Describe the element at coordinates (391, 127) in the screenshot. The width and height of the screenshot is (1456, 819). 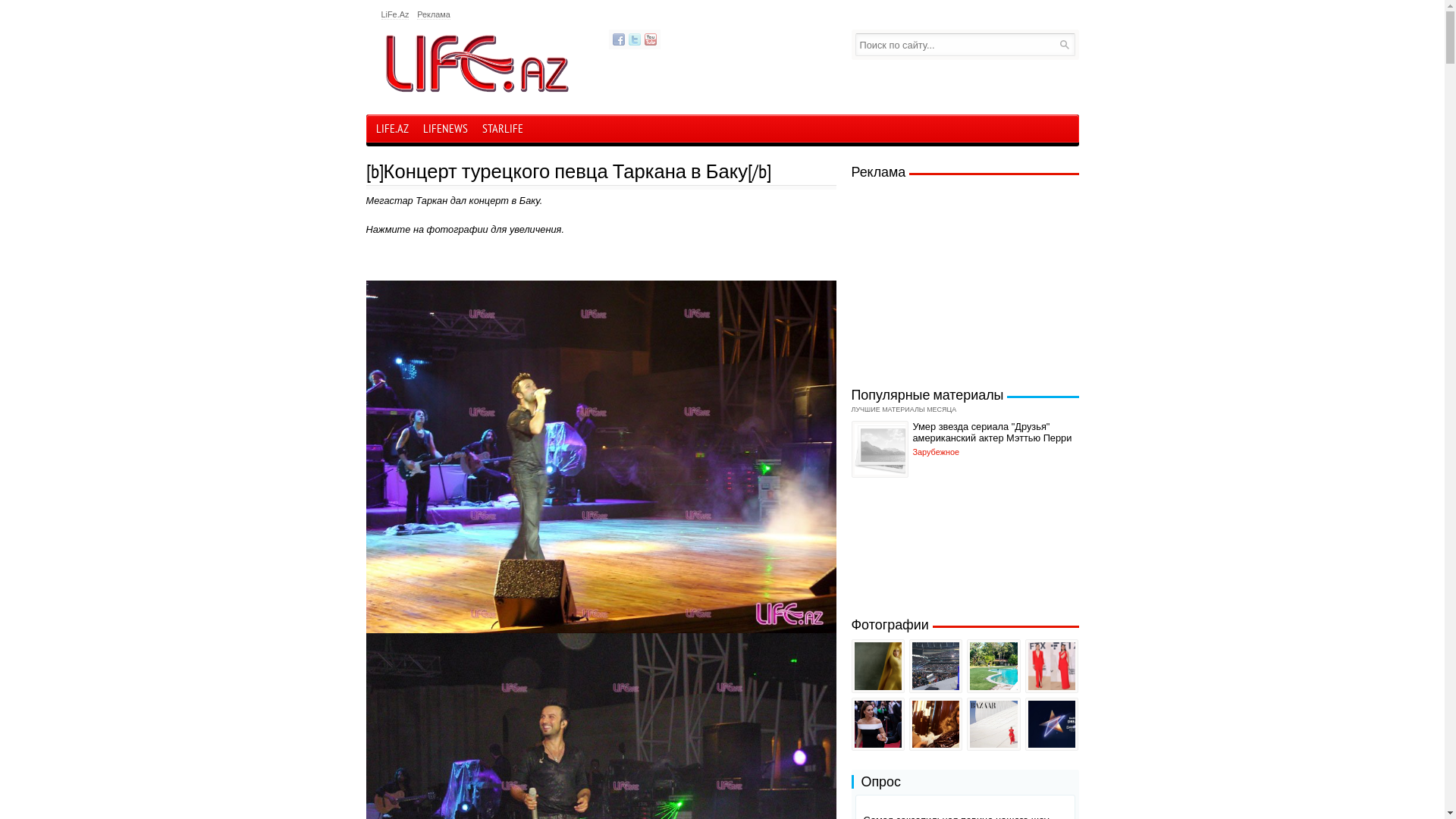
I see `'LIFE.AZ'` at that location.